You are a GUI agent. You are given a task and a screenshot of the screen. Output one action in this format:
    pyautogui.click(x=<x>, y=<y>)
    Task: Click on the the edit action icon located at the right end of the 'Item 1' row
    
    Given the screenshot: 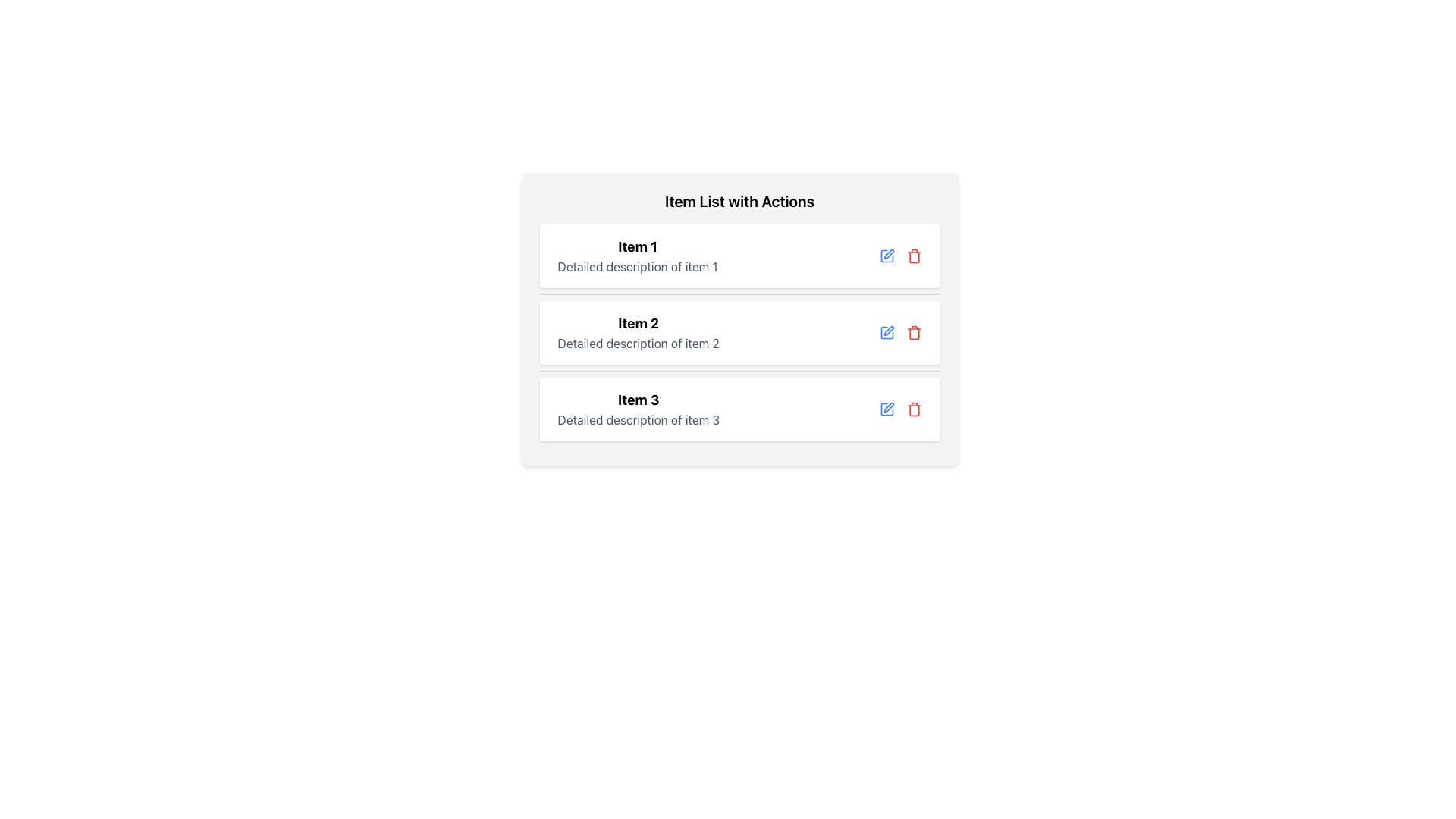 What is the action you would take?
    pyautogui.click(x=888, y=253)
    